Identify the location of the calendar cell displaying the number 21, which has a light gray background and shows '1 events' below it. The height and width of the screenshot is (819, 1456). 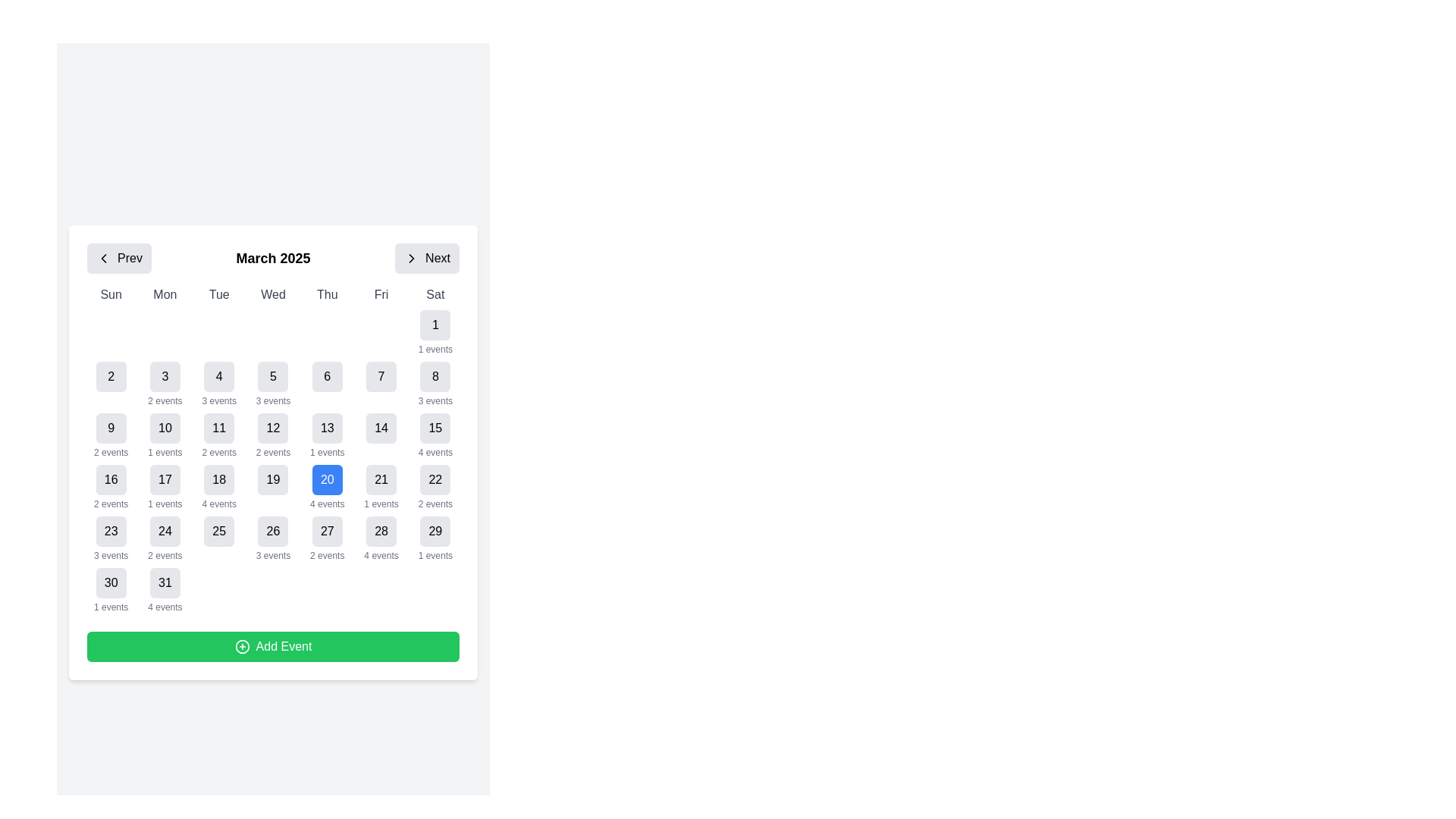
(381, 488).